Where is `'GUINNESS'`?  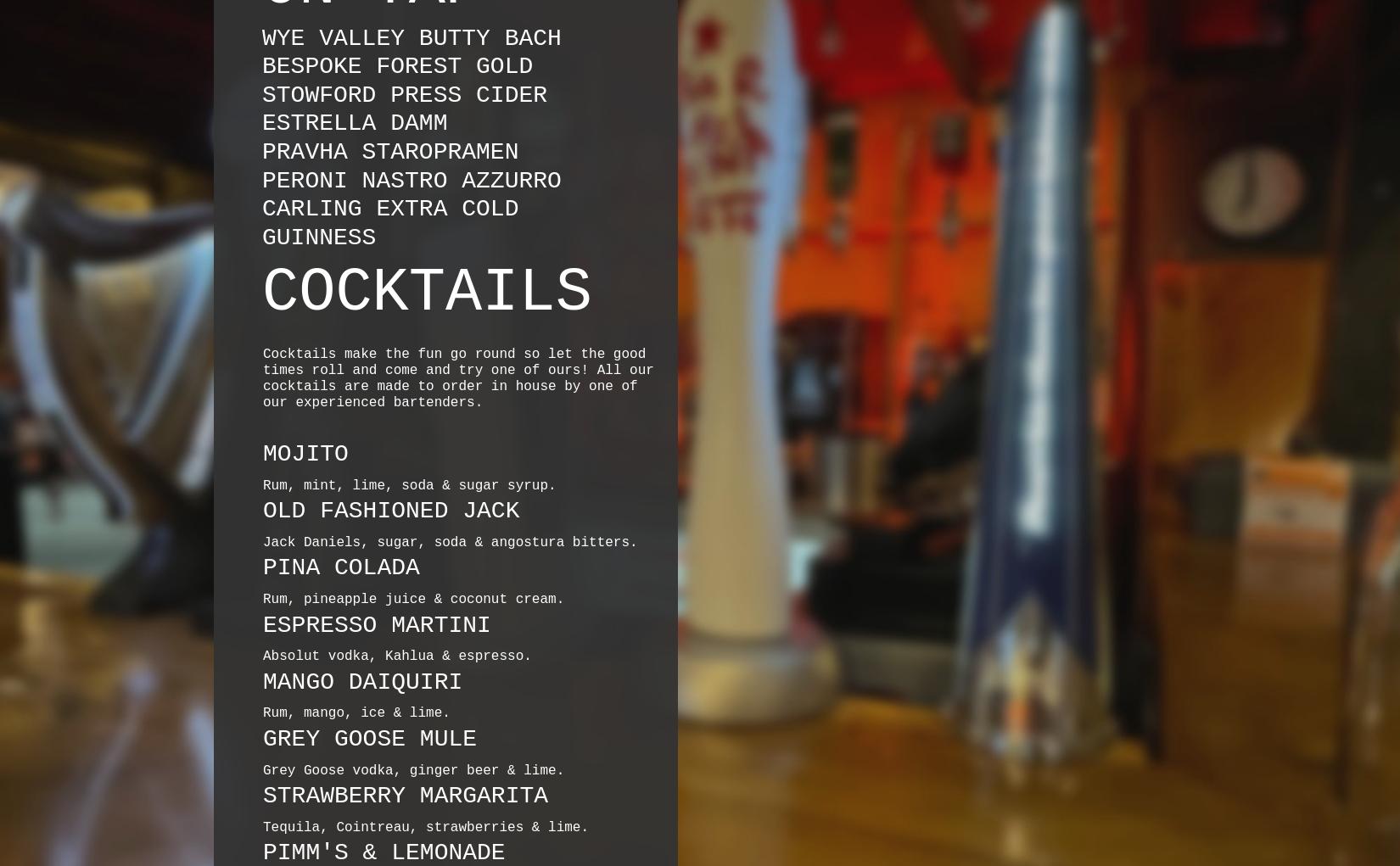 'GUINNESS' is located at coordinates (262, 237).